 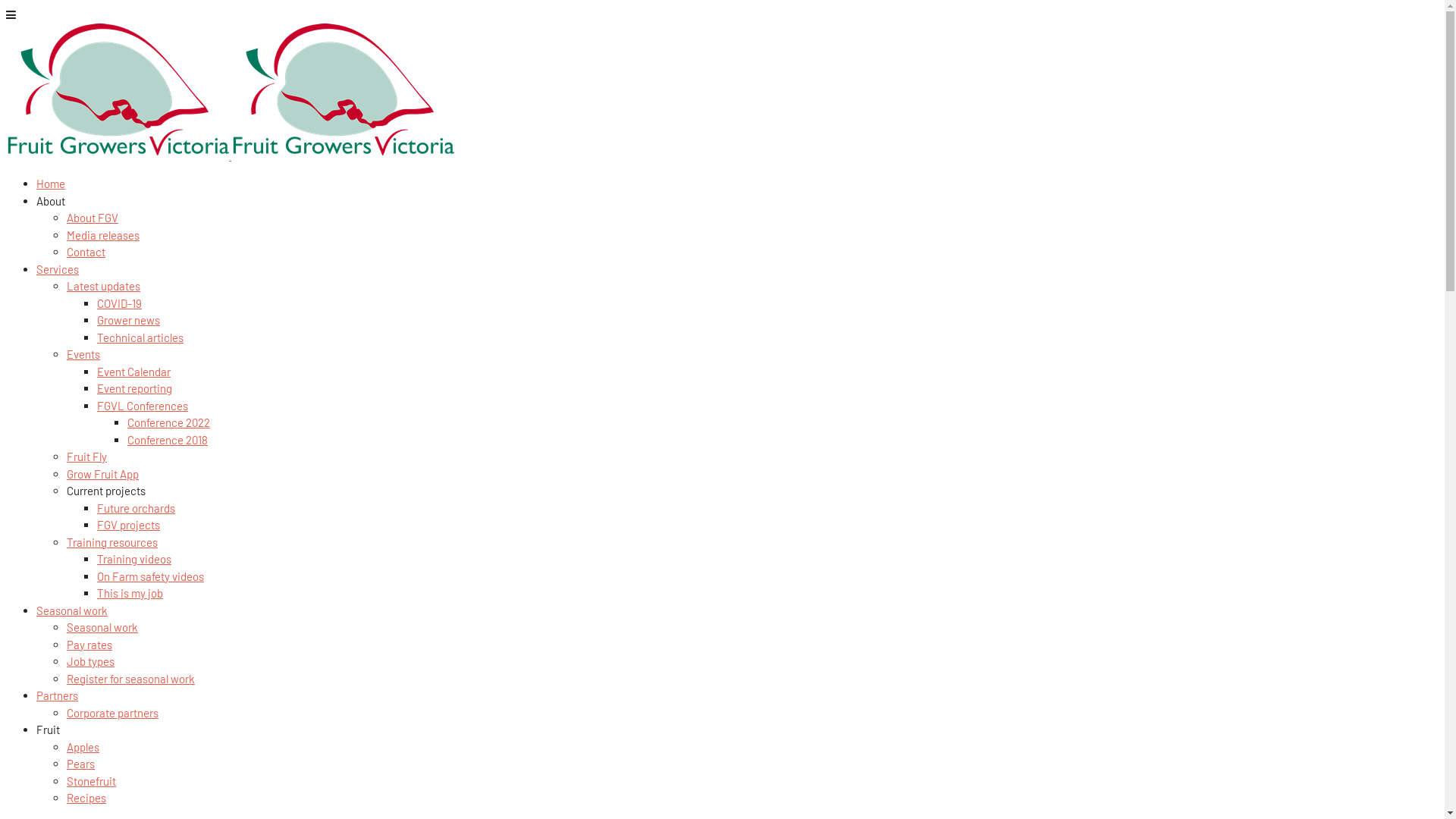 What do you see at coordinates (130, 592) in the screenshot?
I see `'This is my job'` at bounding box center [130, 592].